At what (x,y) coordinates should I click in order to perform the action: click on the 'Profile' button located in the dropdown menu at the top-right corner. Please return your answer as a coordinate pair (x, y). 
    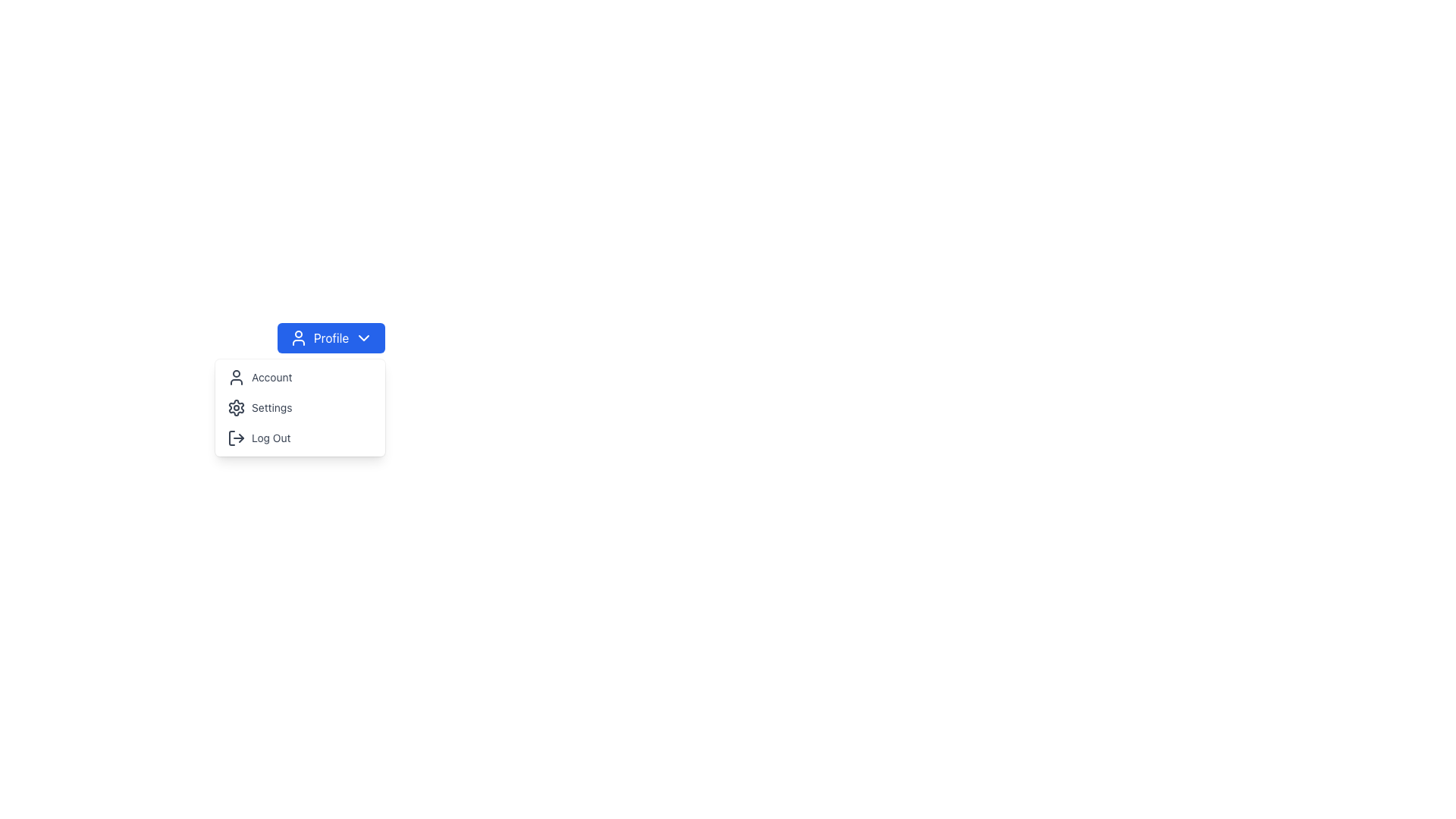
    Looking at the image, I should click on (330, 337).